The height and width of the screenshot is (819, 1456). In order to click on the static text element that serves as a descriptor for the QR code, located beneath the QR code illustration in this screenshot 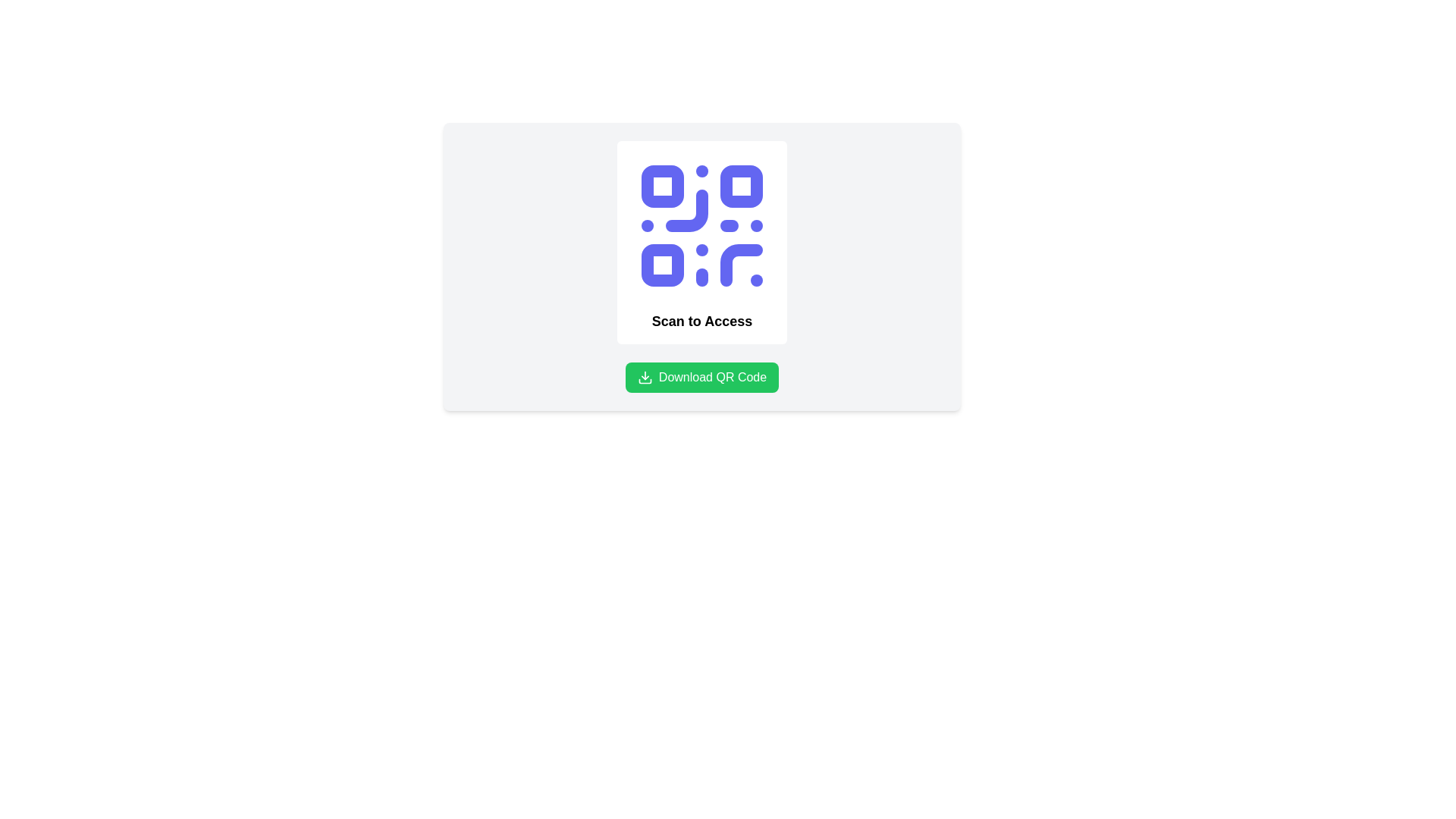, I will do `click(701, 321)`.